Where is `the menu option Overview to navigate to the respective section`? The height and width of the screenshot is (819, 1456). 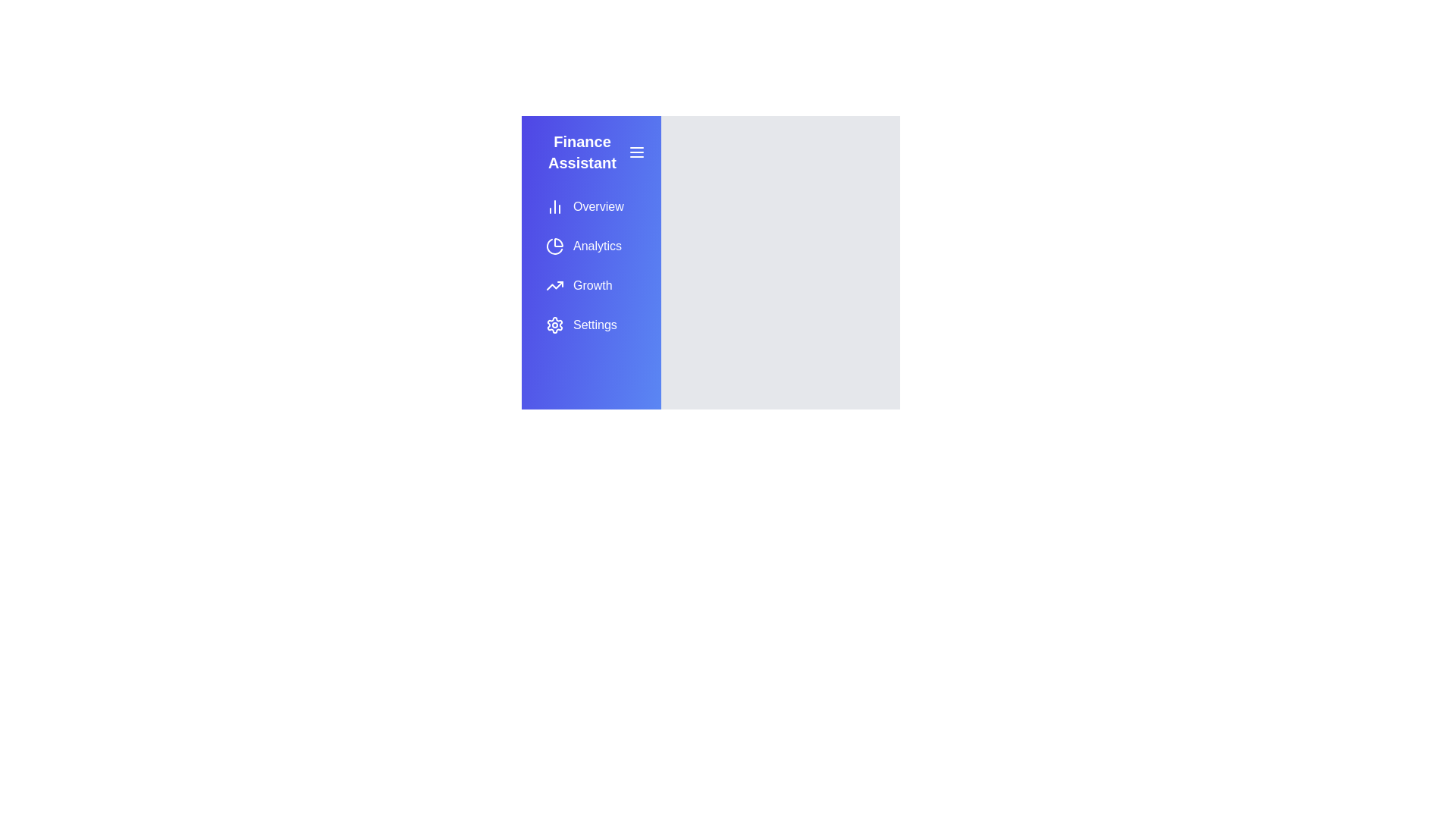 the menu option Overview to navigate to the respective section is located at coordinates (590, 207).